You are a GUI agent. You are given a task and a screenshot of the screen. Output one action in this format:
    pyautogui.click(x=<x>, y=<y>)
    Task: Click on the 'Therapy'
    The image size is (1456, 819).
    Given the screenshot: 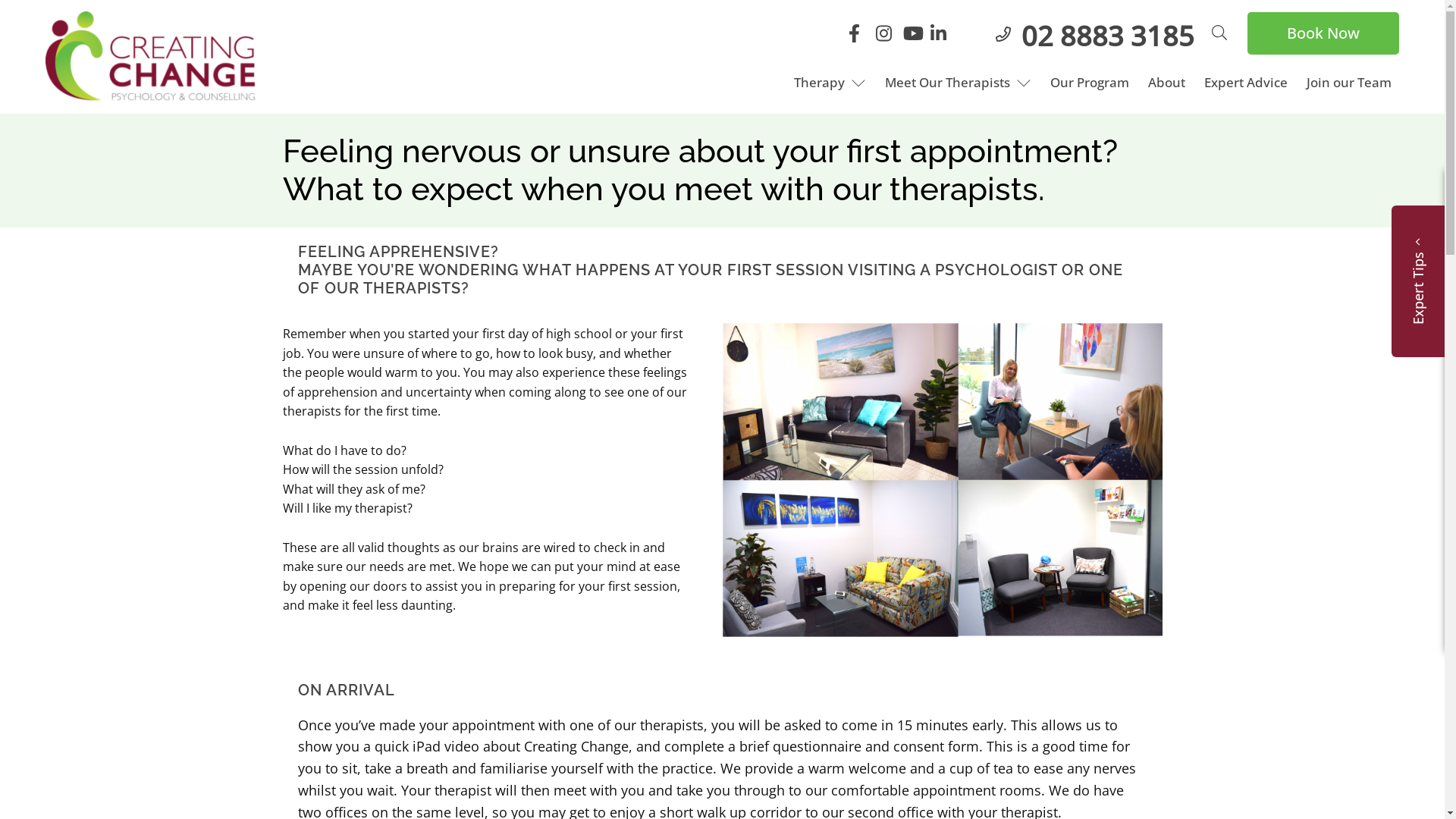 What is the action you would take?
    pyautogui.click(x=786, y=82)
    